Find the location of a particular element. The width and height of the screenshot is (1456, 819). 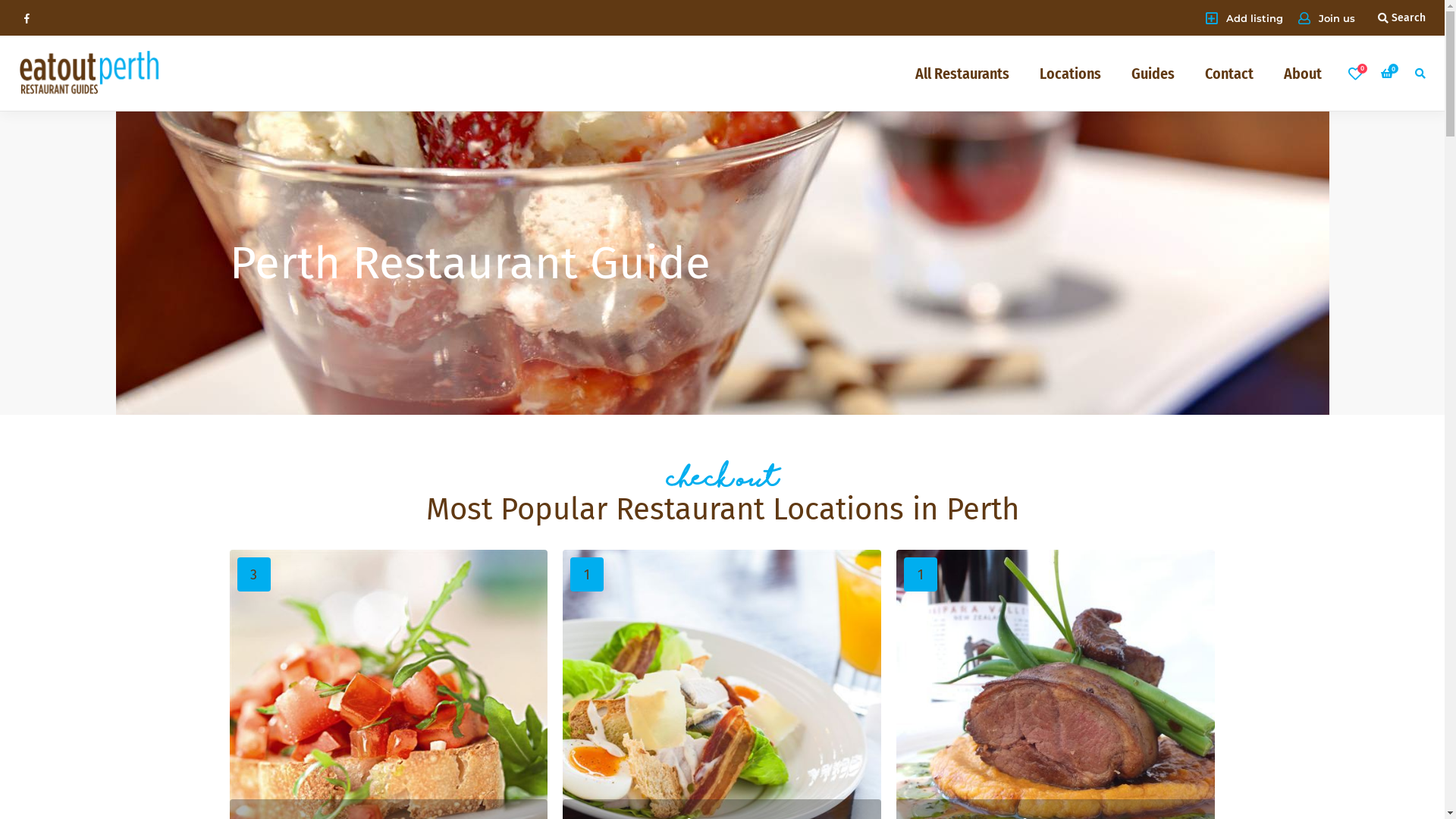

'All Restaurants' is located at coordinates (961, 73).